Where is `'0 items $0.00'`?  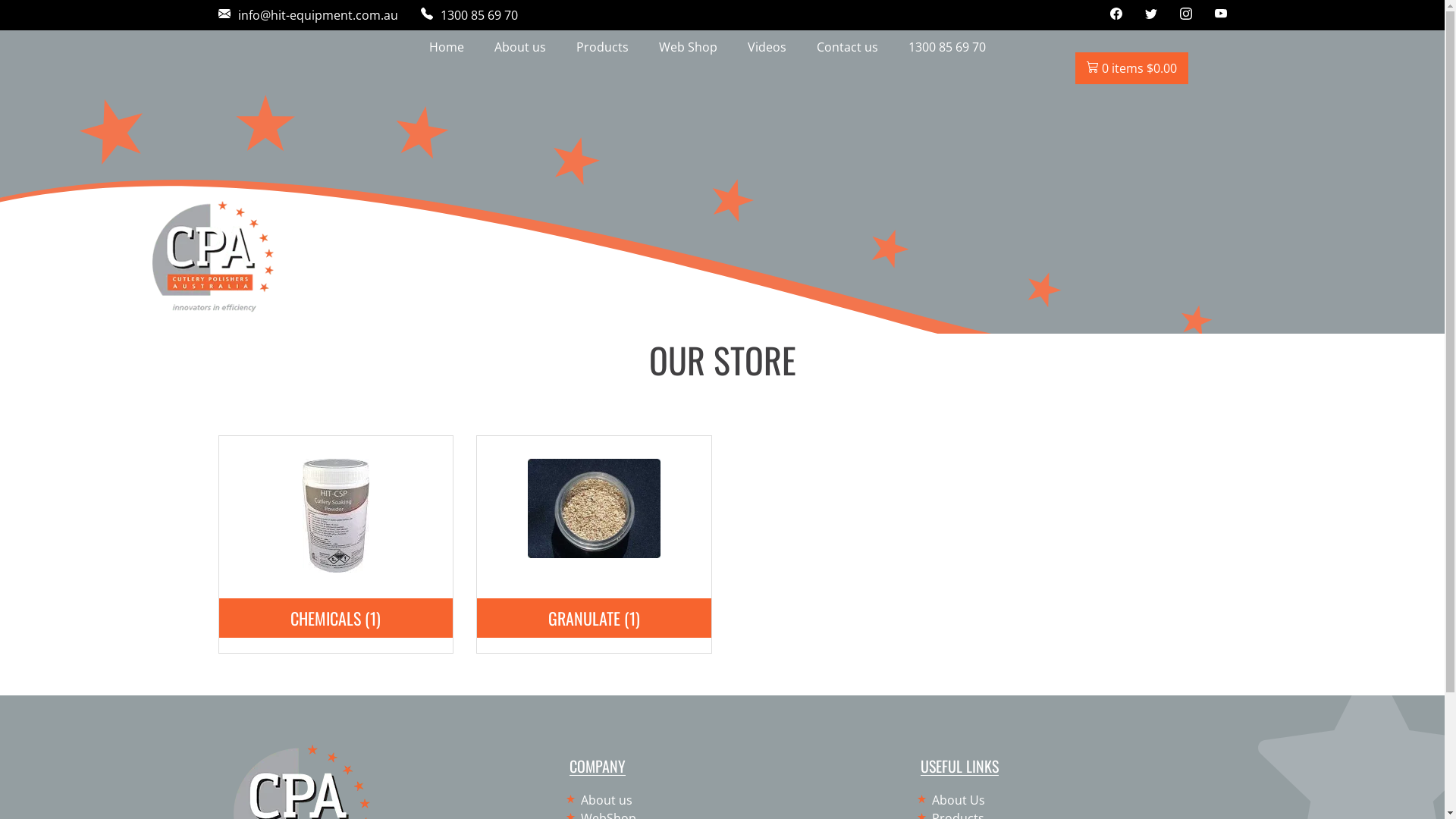 '0 items $0.00' is located at coordinates (1131, 67).